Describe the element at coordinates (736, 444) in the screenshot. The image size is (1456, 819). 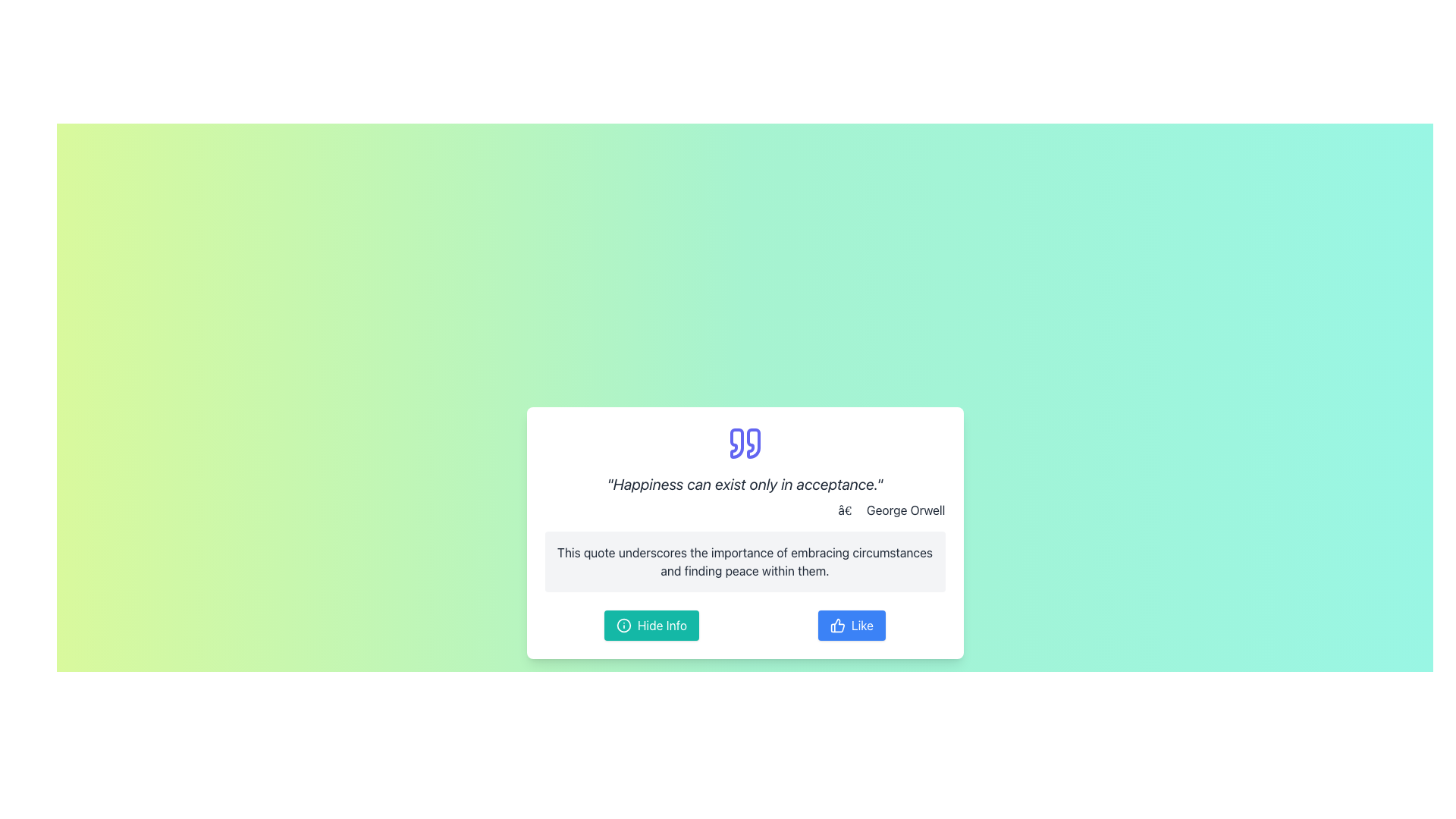
I see `the left quotation mark icon located at the top of the white content card, which indicates the beginning of a quoted statement or phrase` at that location.